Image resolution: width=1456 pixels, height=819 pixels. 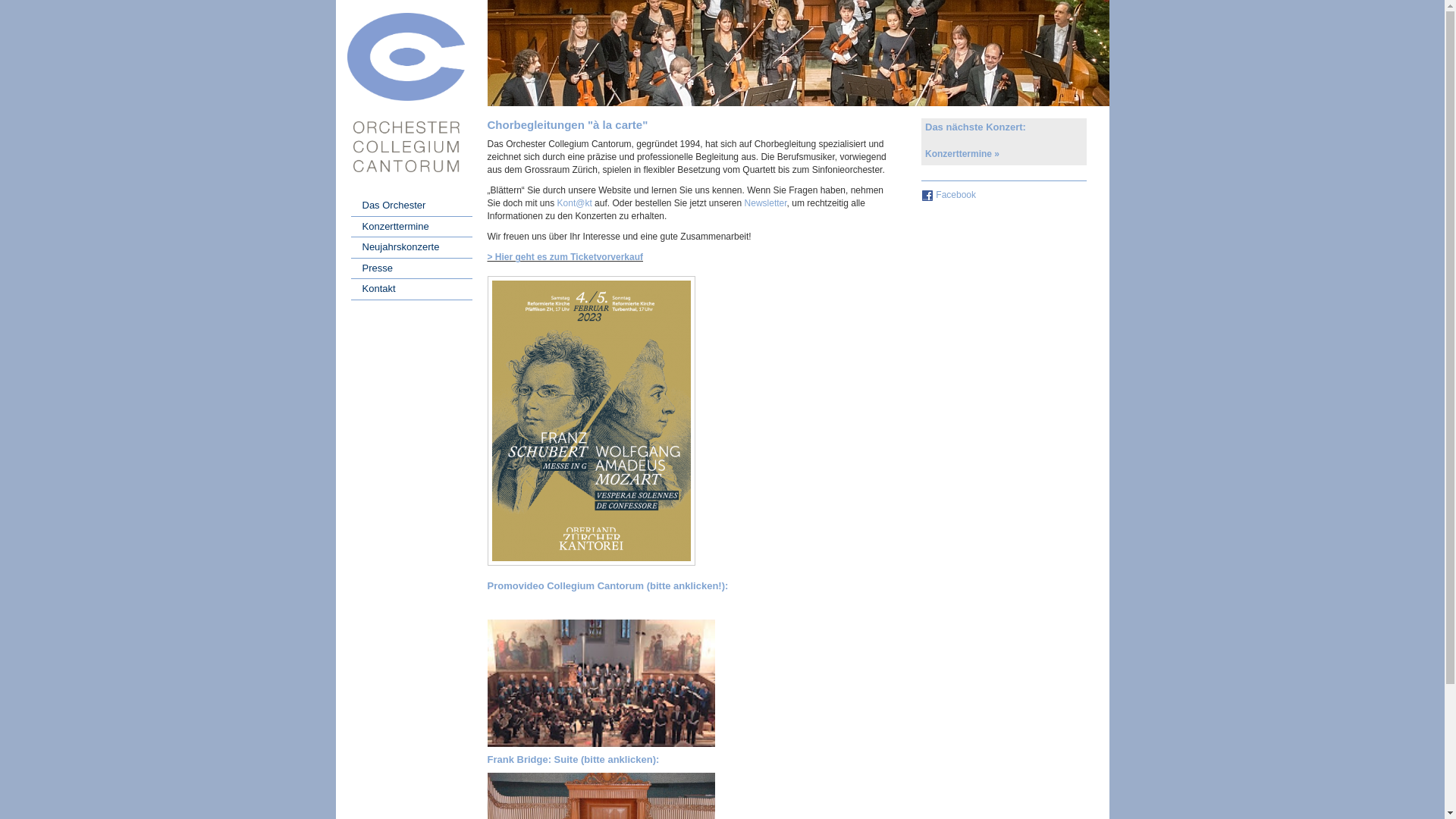 I want to click on 'Facebook', so click(x=955, y=194).